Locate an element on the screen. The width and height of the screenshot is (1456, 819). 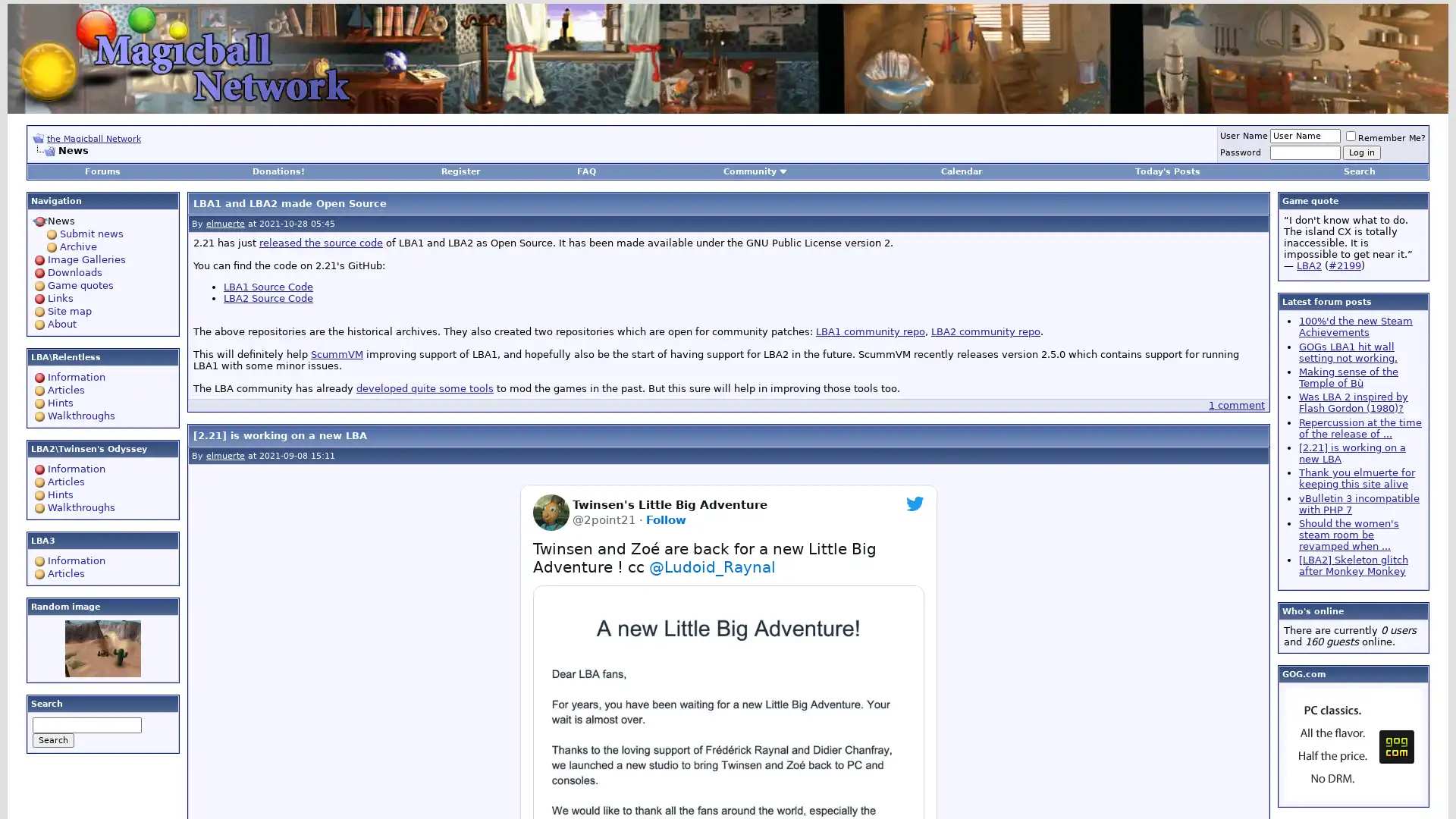
Search is located at coordinates (53, 739).